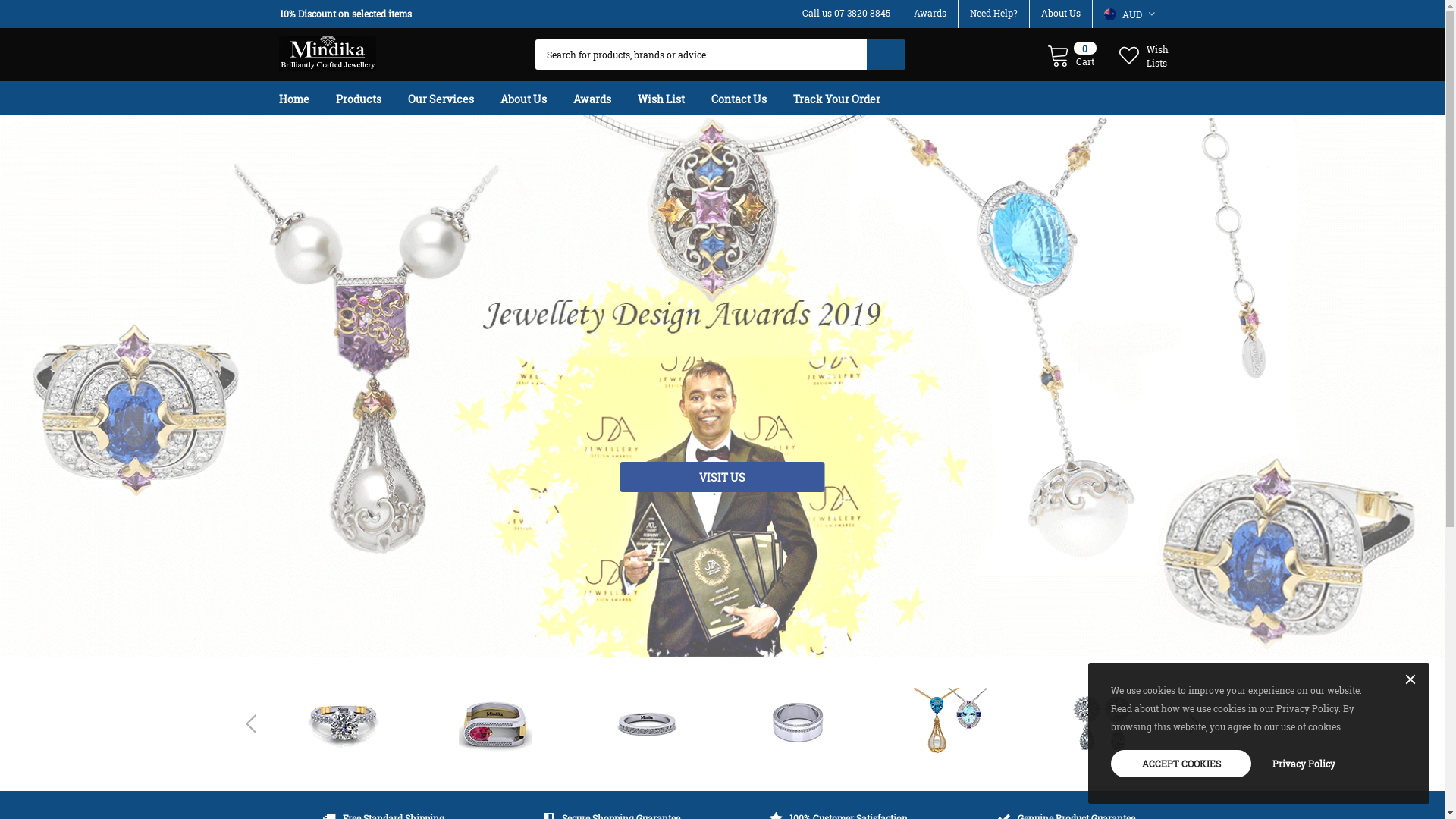 Image resolution: width=1456 pixels, height=819 pixels. Describe the element at coordinates (603, 98) in the screenshot. I see `'Awards'` at that location.